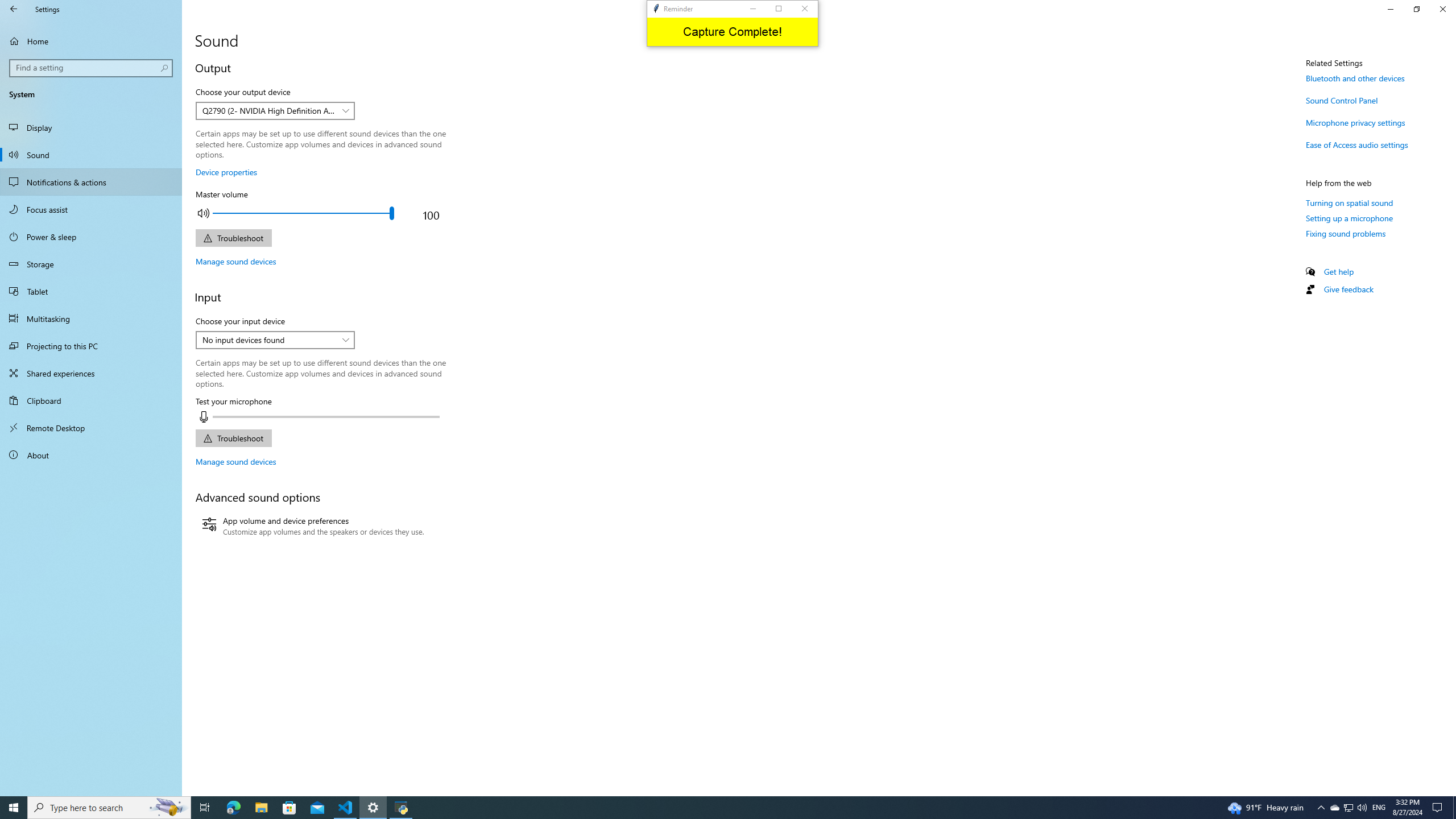 Image resolution: width=1456 pixels, height=819 pixels. Describe the element at coordinates (303, 213) in the screenshot. I see `'Adjust the master output volume'` at that location.